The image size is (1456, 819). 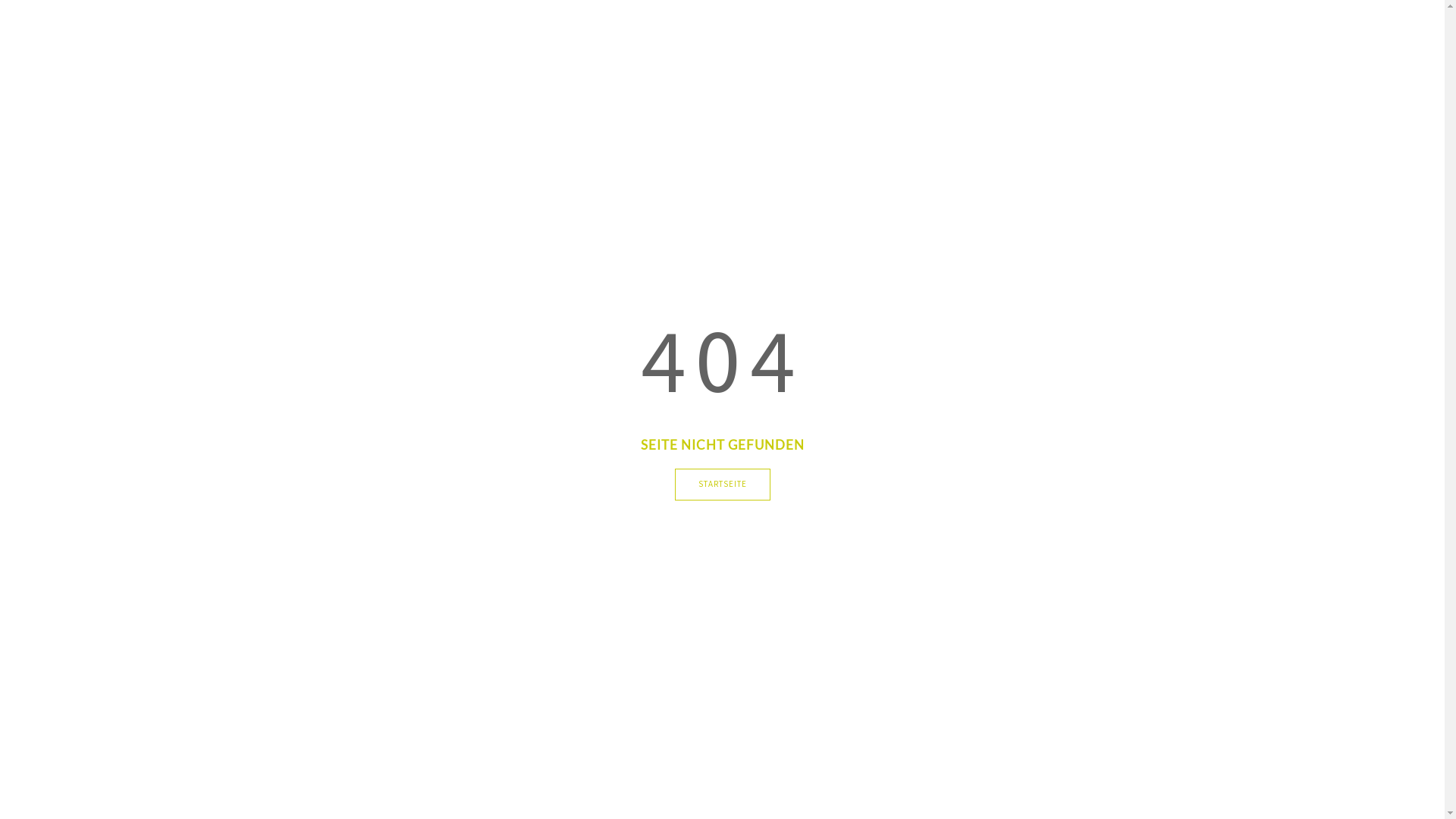 What do you see at coordinates (673, 485) in the screenshot?
I see `'STARTSEITE'` at bounding box center [673, 485].